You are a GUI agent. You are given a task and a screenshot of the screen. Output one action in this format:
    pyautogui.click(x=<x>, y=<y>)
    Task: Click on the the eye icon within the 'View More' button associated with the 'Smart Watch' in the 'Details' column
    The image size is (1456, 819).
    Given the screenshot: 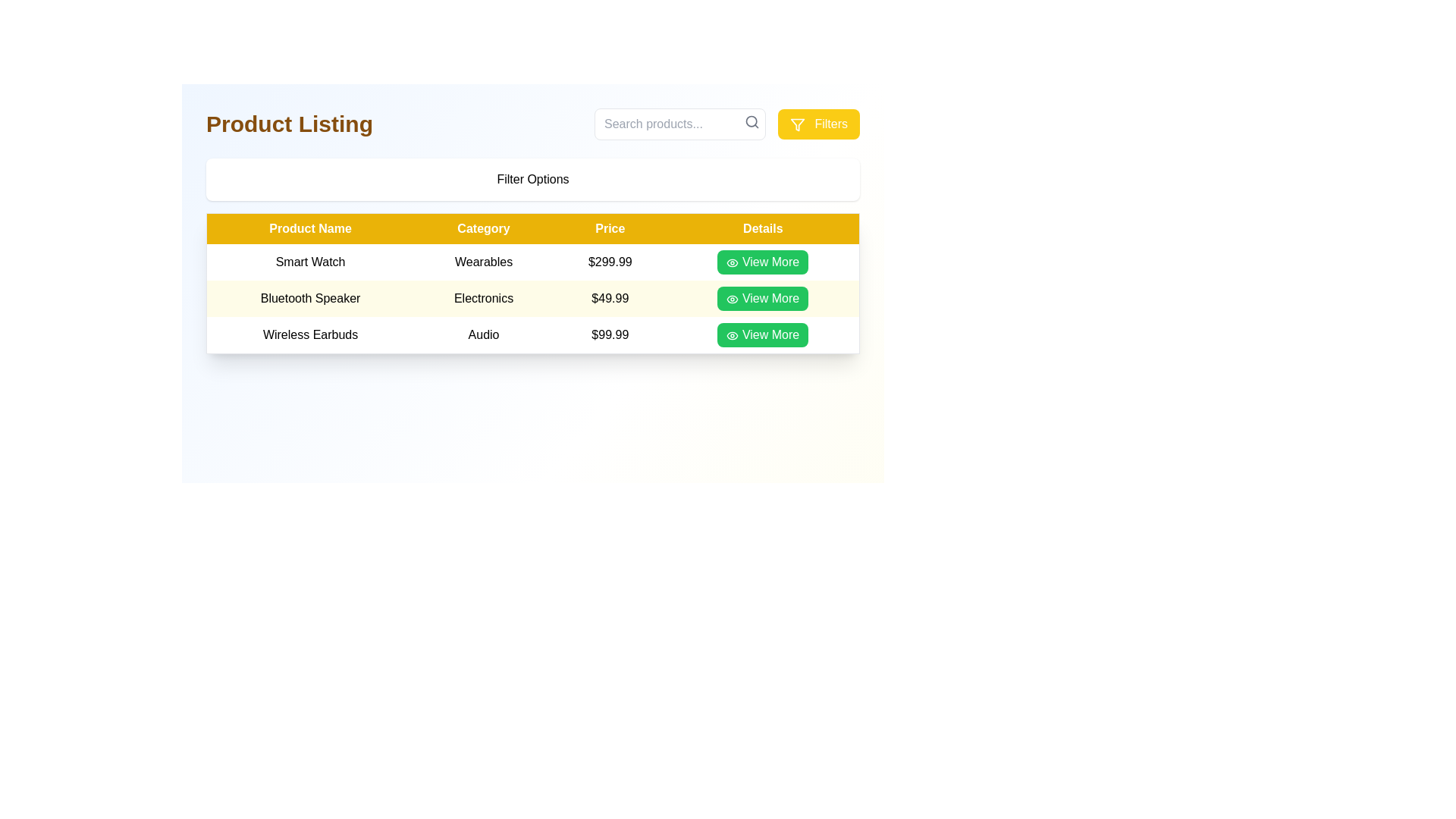 What is the action you would take?
    pyautogui.click(x=733, y=262)
    